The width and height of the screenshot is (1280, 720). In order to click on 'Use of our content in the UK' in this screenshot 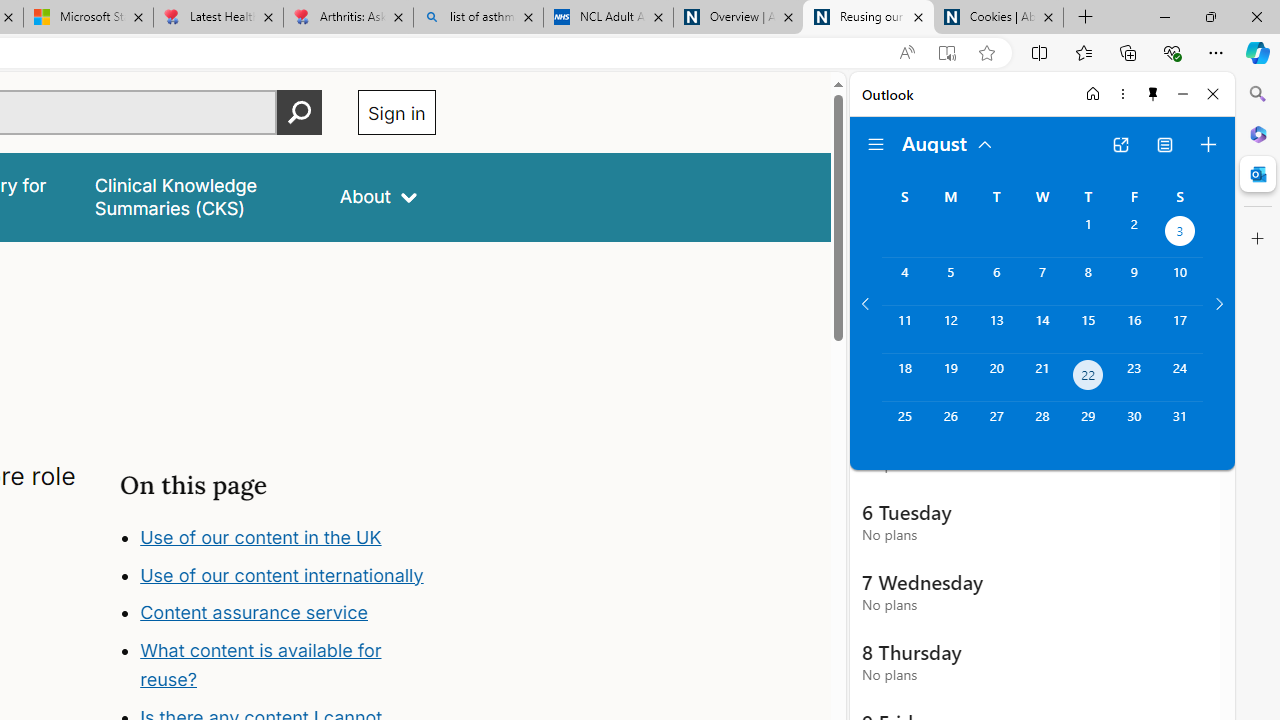, I will do `click(259, 536)`.